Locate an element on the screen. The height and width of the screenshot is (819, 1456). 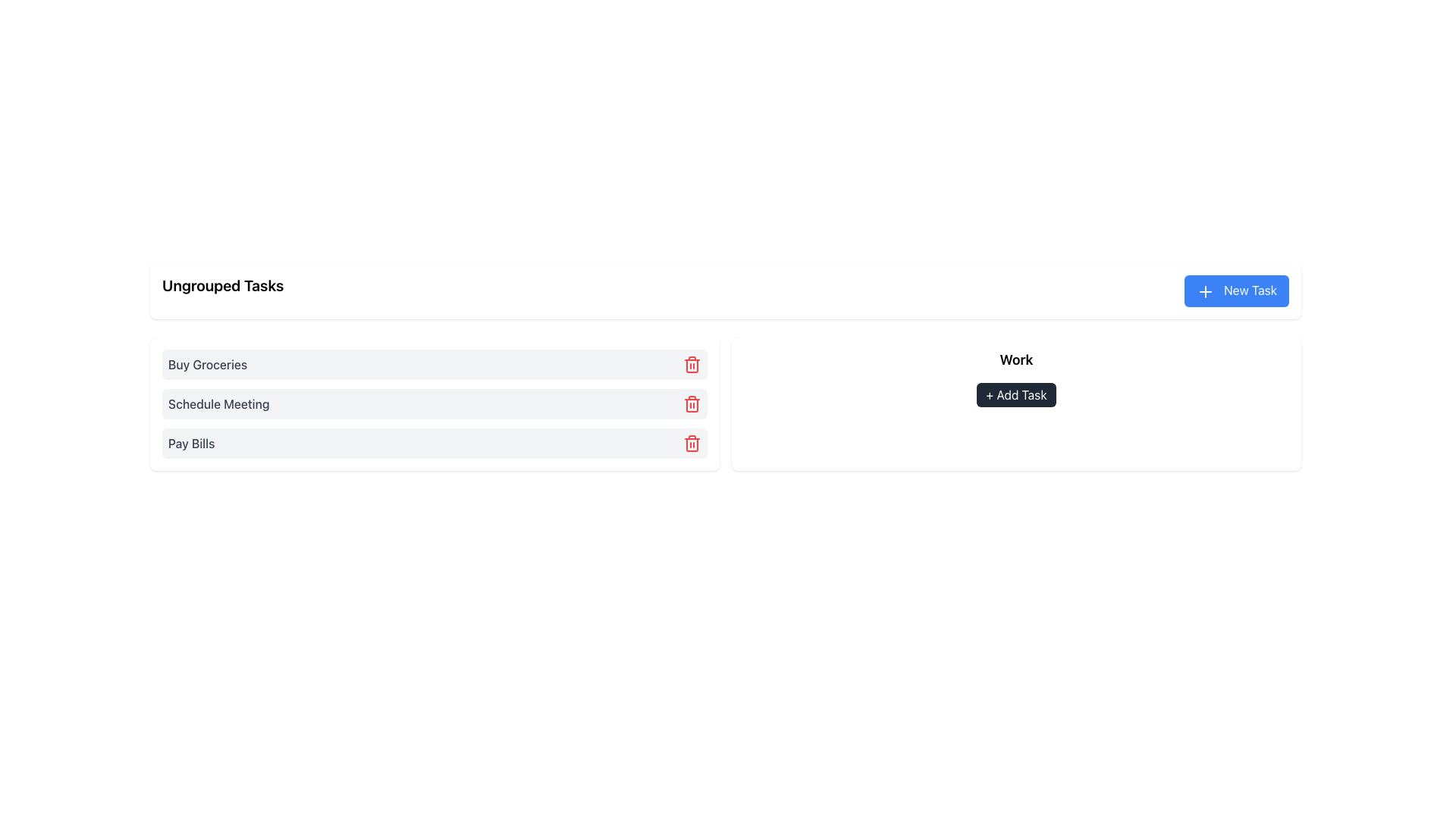
the '+ Add Task' button located under the 'Work' section is located at coordinates (1016, 377).